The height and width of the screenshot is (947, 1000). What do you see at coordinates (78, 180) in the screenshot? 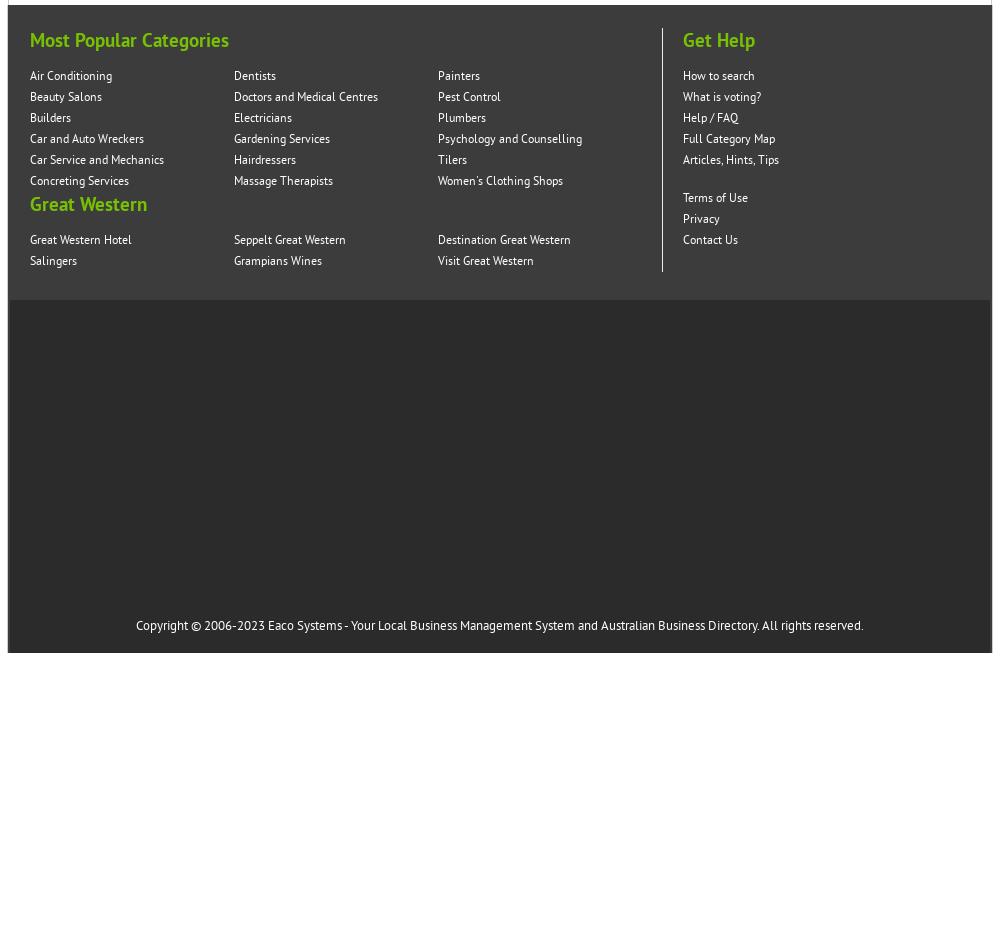
I see `'Concreting Services'` at bounding box center [78, 180].